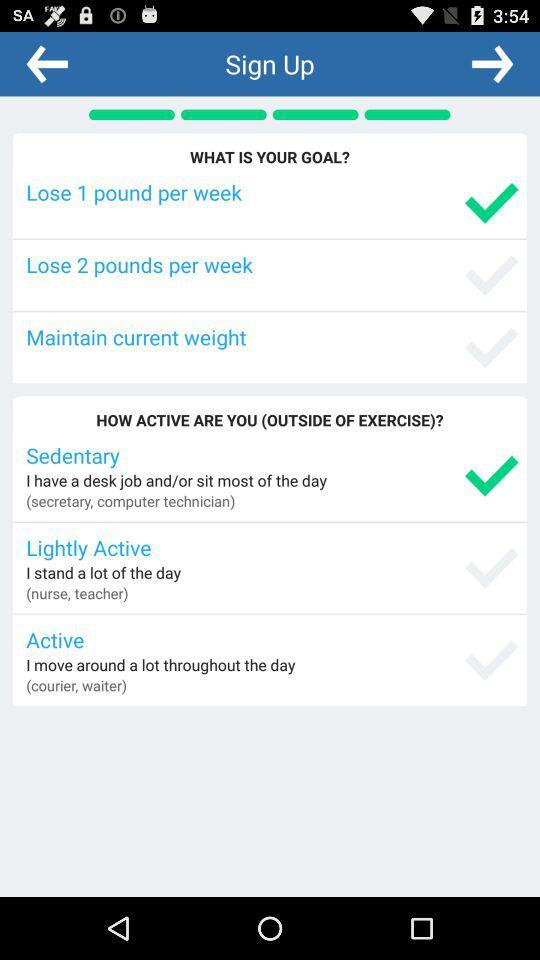 The image size is (540, 960). Describe the element at coordinates (47, 63) in the screenshot. I see `icon above the what is your app` at that location.